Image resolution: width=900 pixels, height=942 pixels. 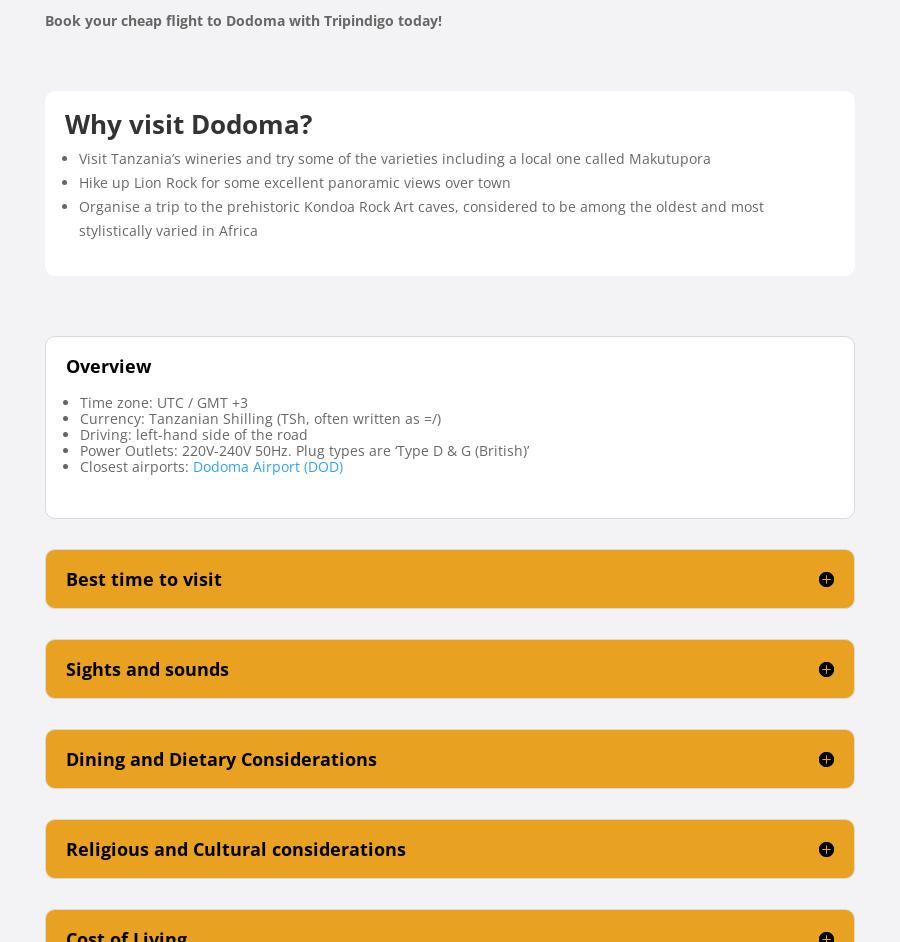 I want to click on 'Visit Tanzania’s wineries and try some of the varieties including a local one called Makutupora', so click(x=395, y=157).